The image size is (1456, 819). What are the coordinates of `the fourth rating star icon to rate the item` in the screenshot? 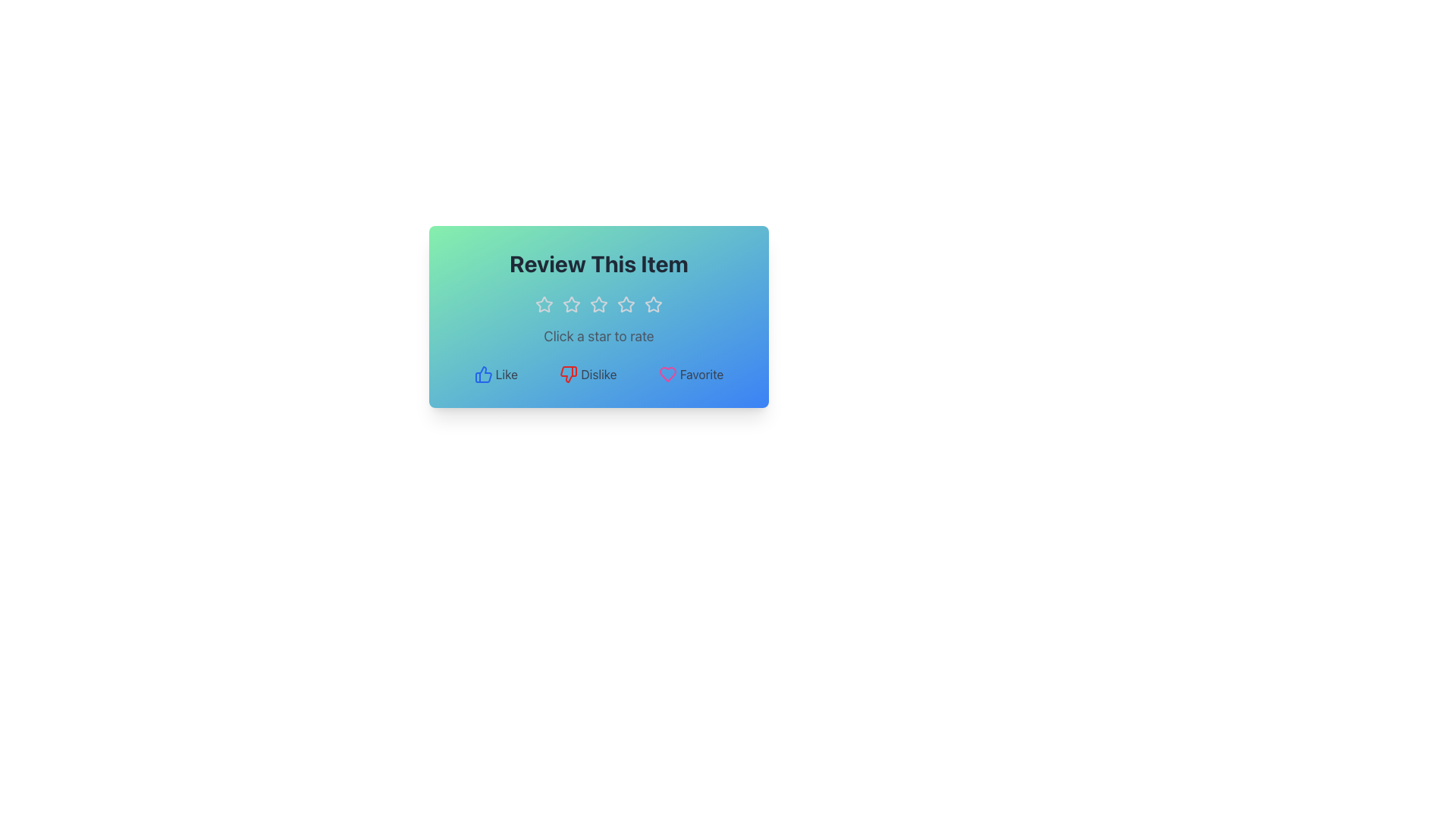 It's located at (626, 304).